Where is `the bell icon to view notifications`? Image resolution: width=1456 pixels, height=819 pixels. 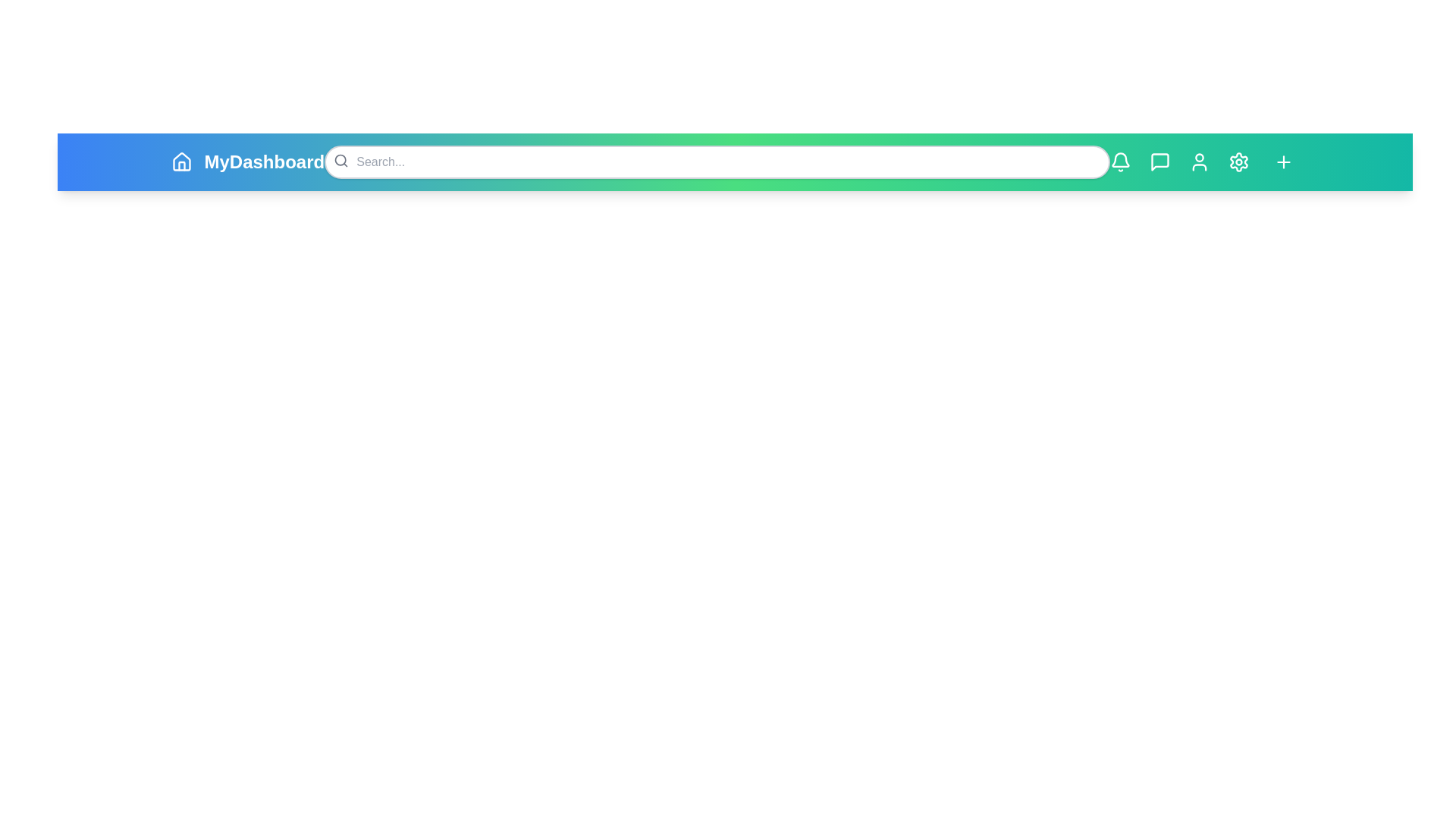
the bell icon to view notifications is located at coordinates (1120, 162).